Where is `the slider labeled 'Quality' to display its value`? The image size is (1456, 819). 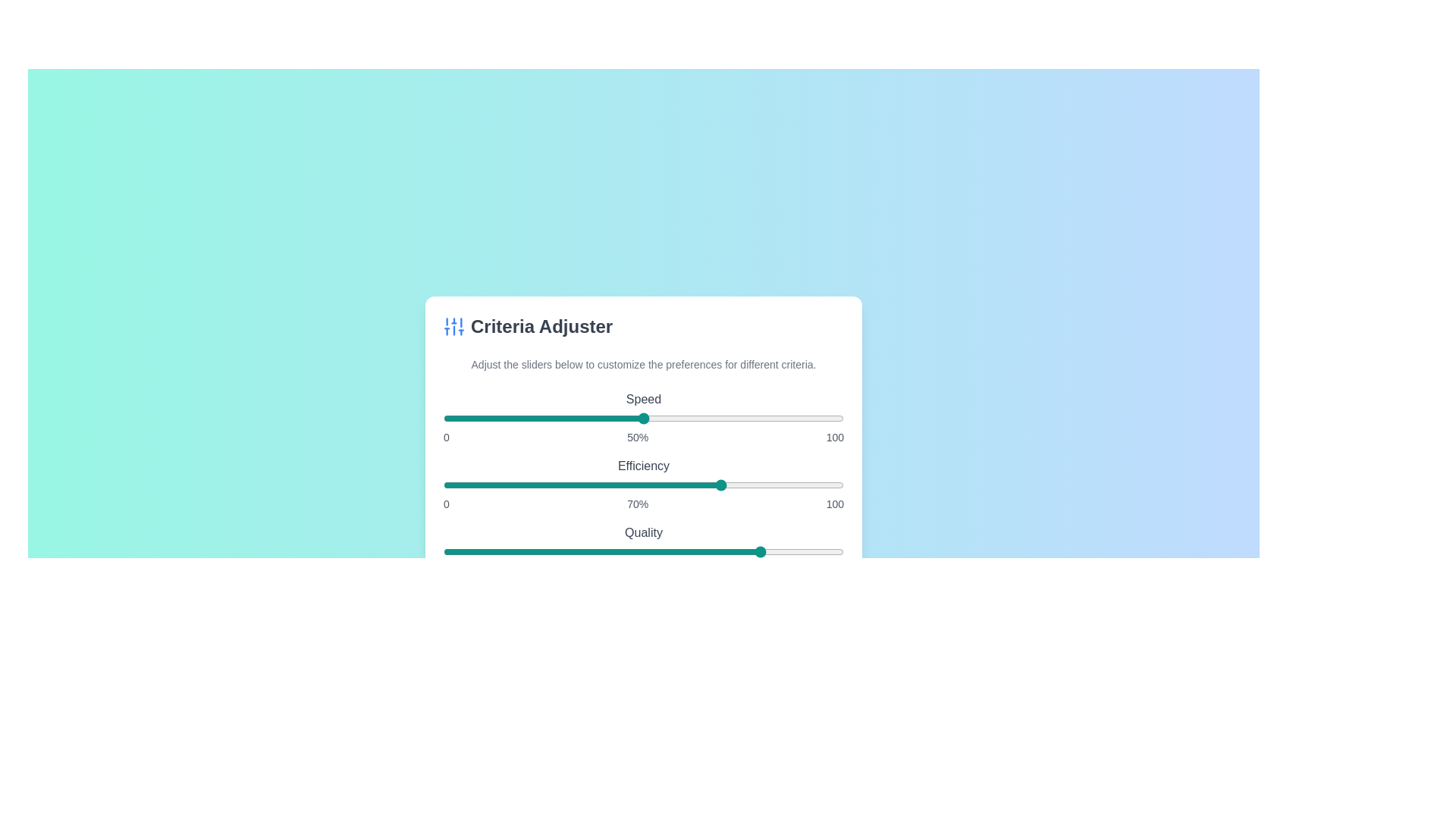
the slider labeled 'Quality' to display its value is located at coordinates (644, 552).